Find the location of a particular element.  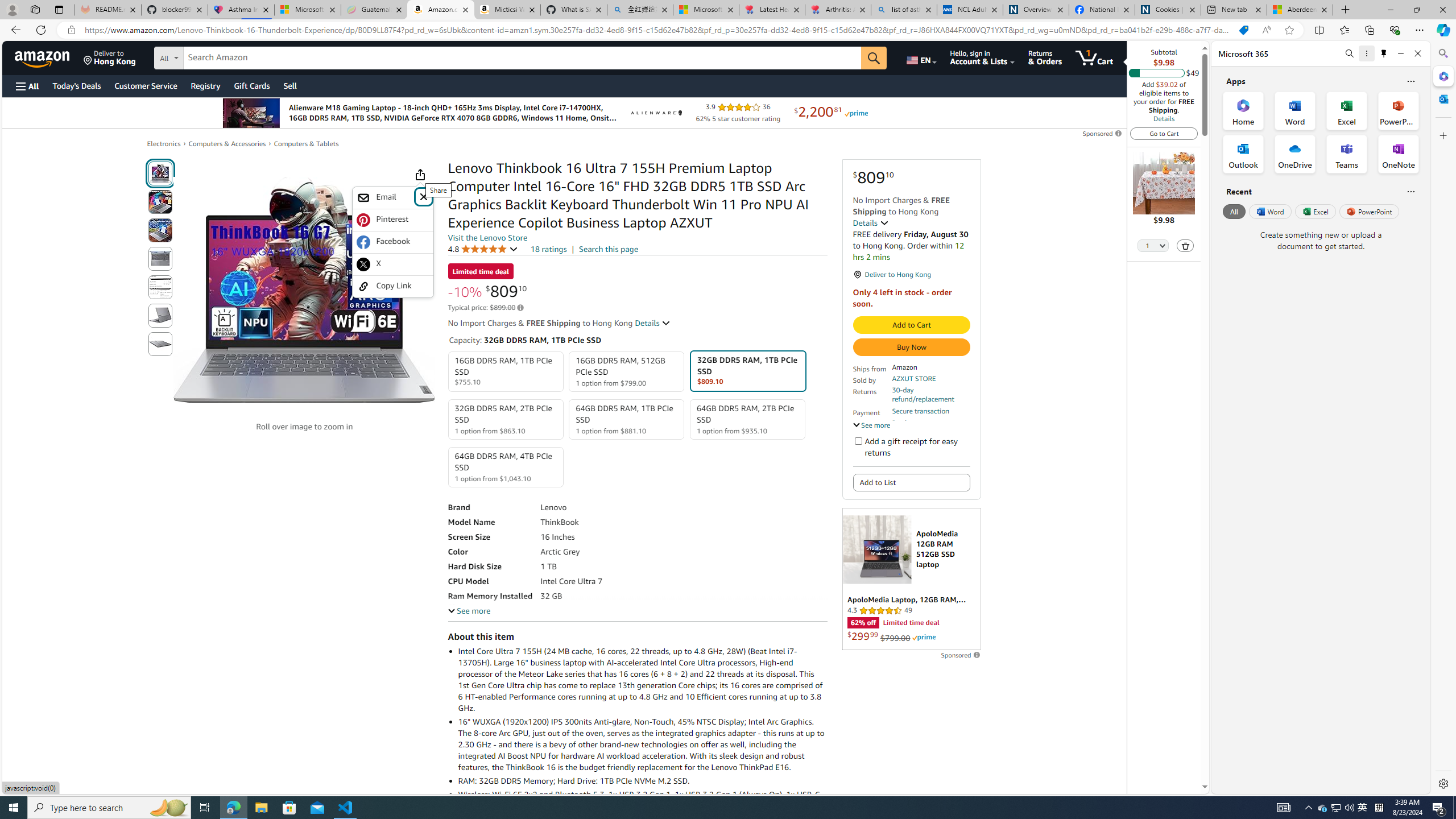

'32GB DDR5 RAM, 1TB PCIe SSD $809.10' is located at coordinates (747, 370).